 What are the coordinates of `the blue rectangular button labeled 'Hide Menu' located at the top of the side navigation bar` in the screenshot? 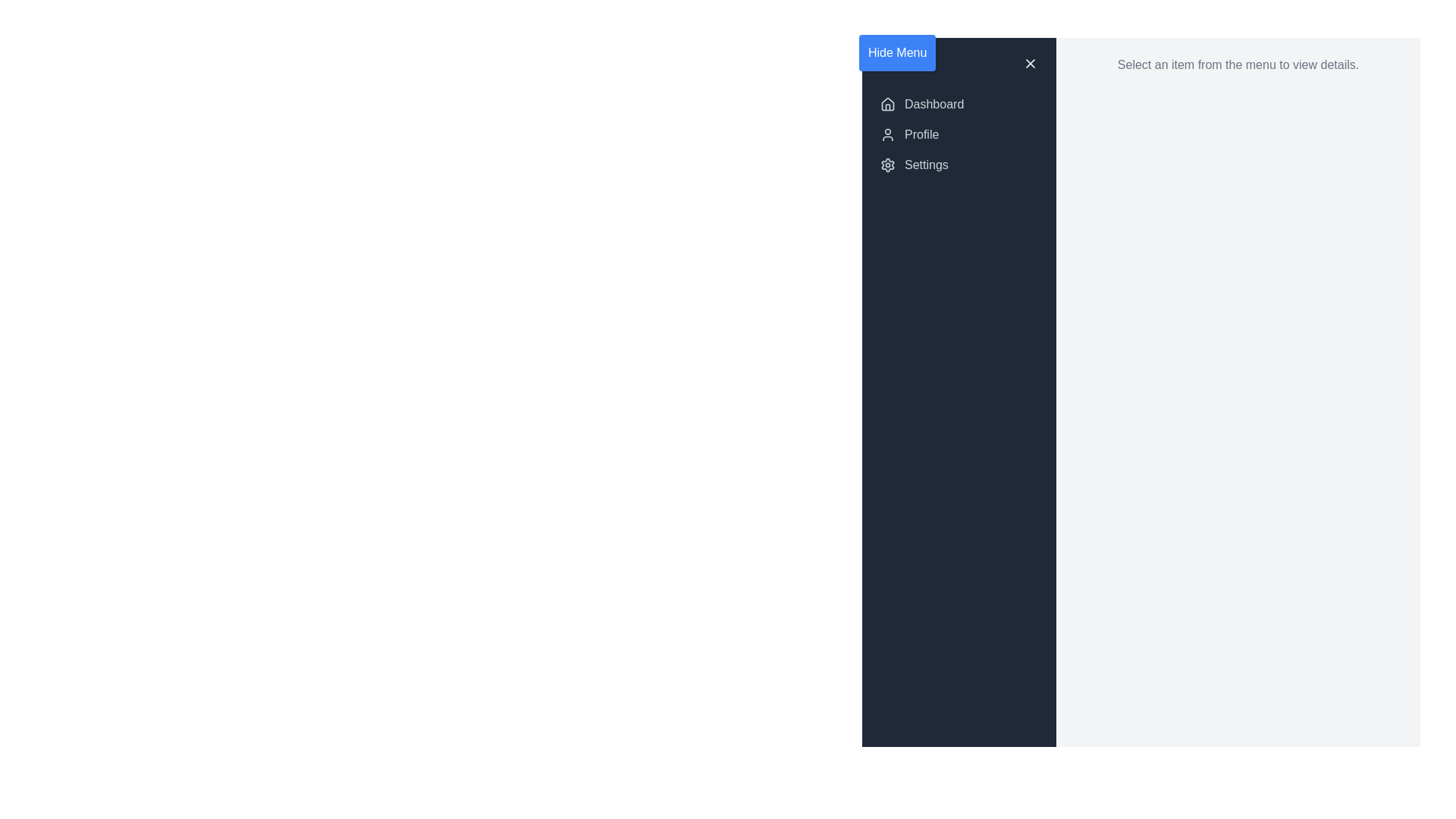 It's located at (897, 52).